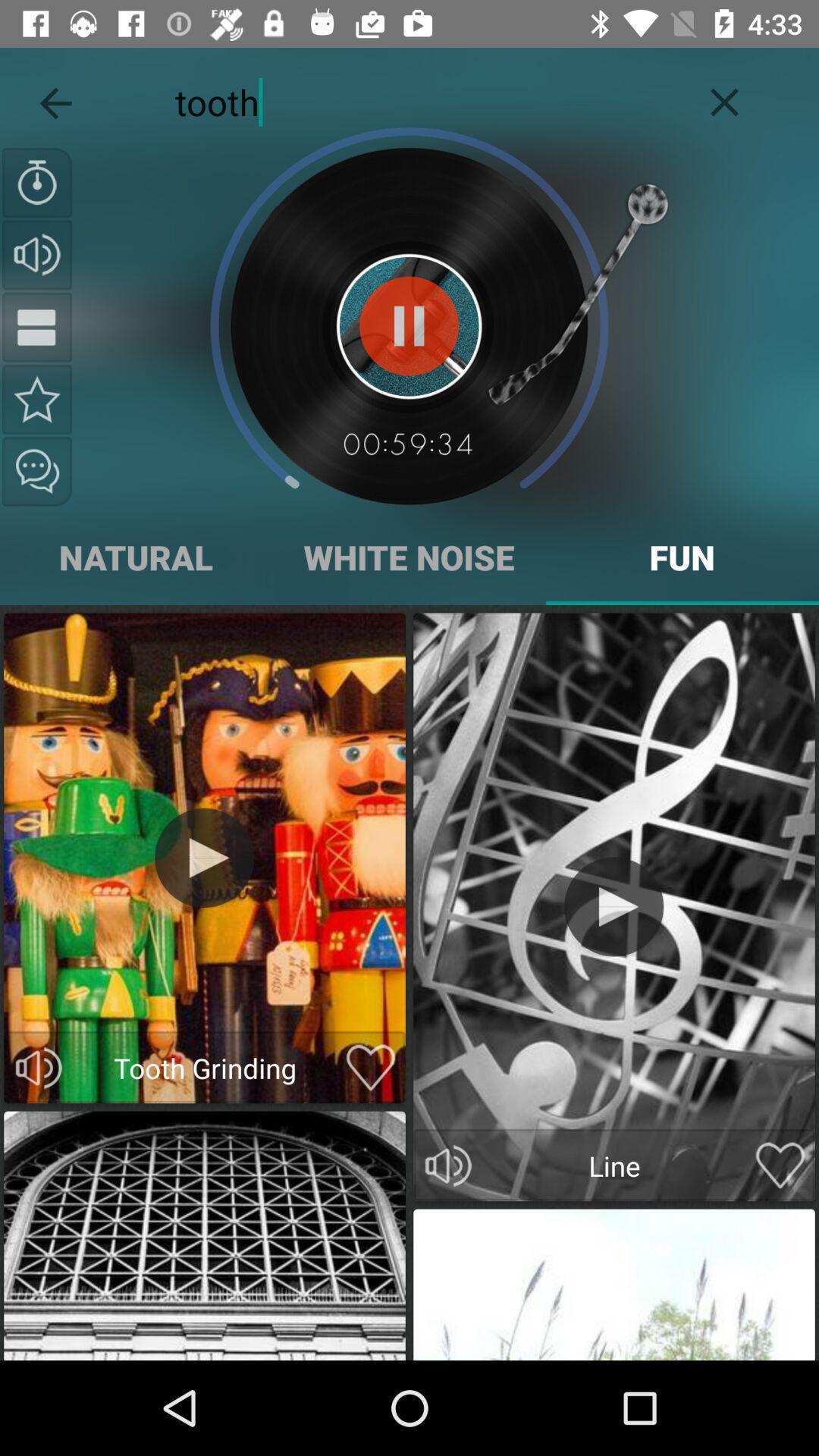  I want to click on its a stopwatch that measures time, so click(36, 182).